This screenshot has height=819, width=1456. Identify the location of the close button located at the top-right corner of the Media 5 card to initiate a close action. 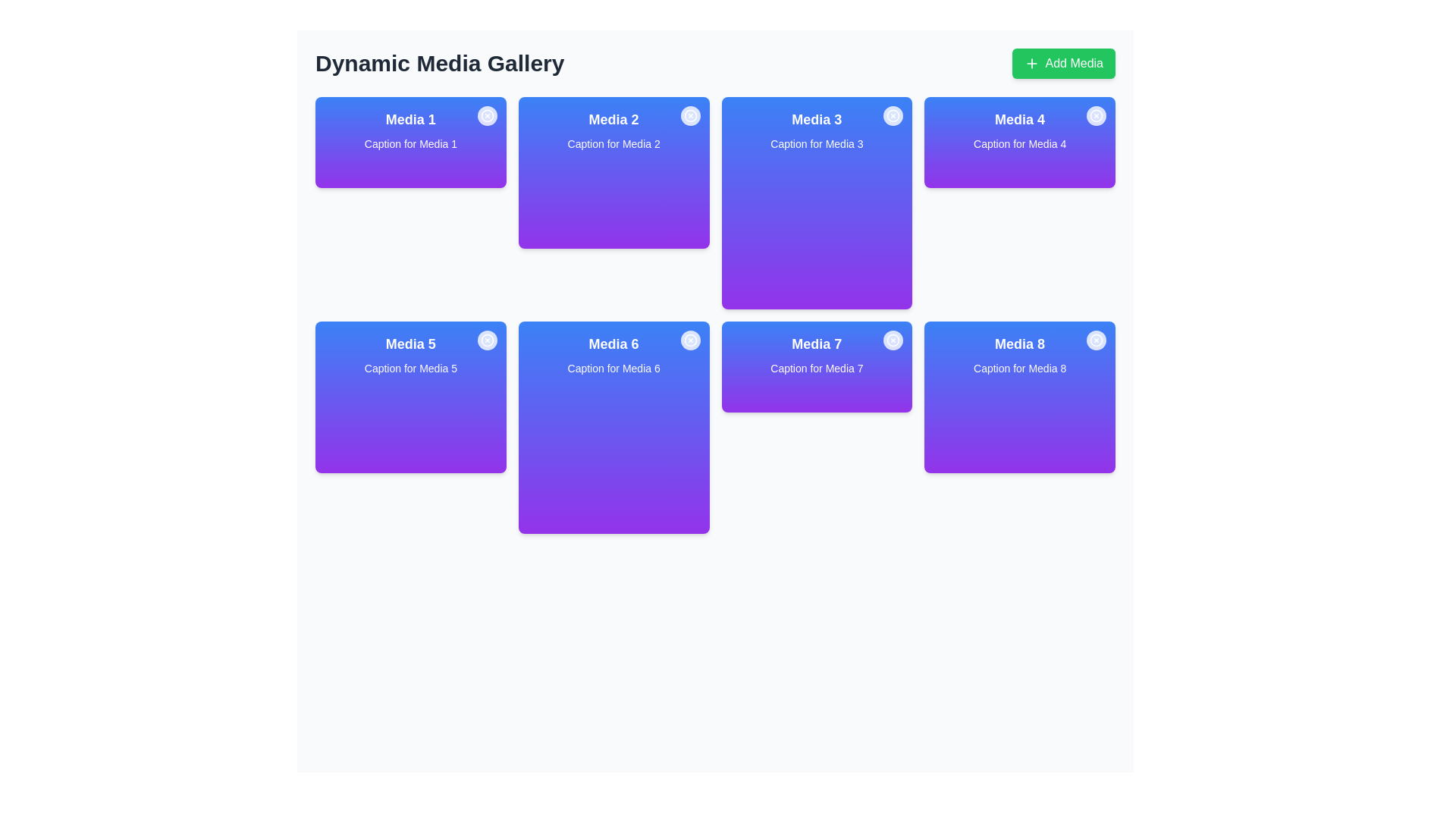
(487, 339).